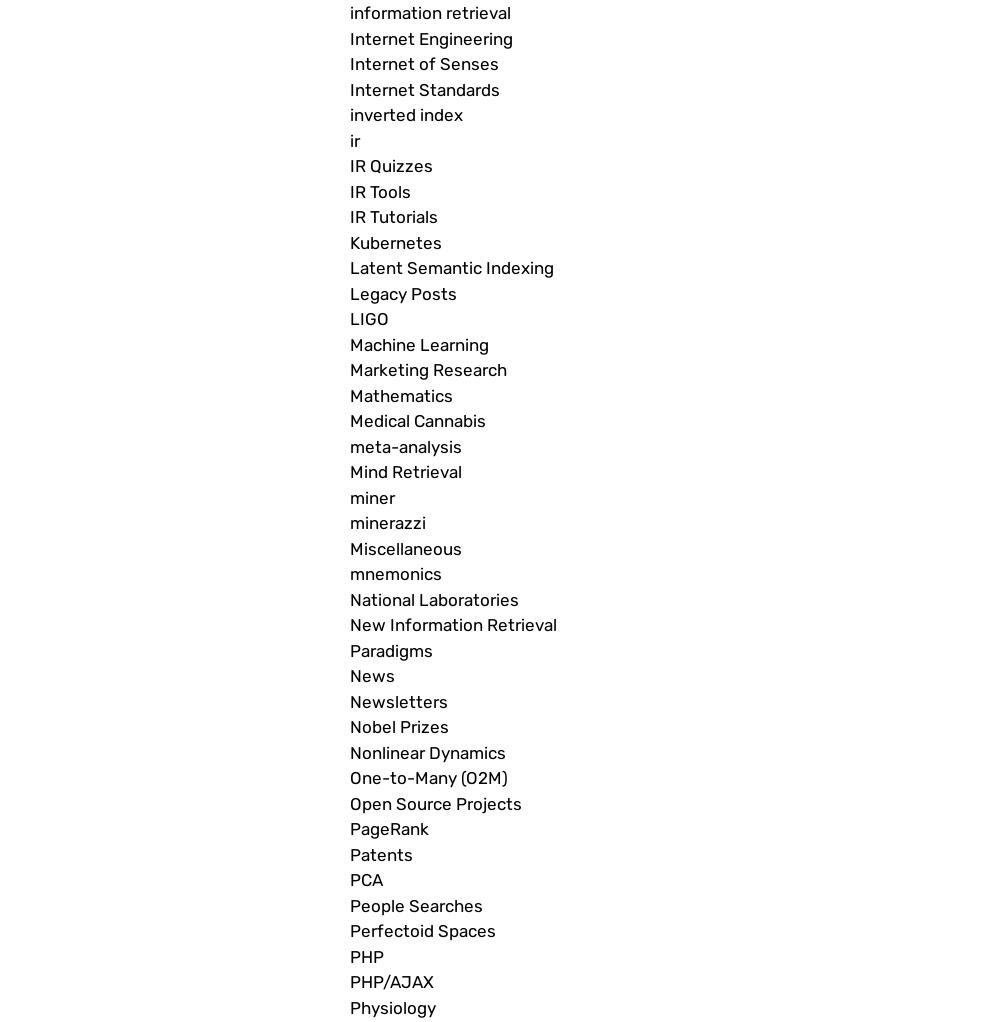 The width and height of the screenshot is (1000, 1022). Describe the element at coordinates (406, 114) in the screenshot. I see `'inverted index'` at that location.